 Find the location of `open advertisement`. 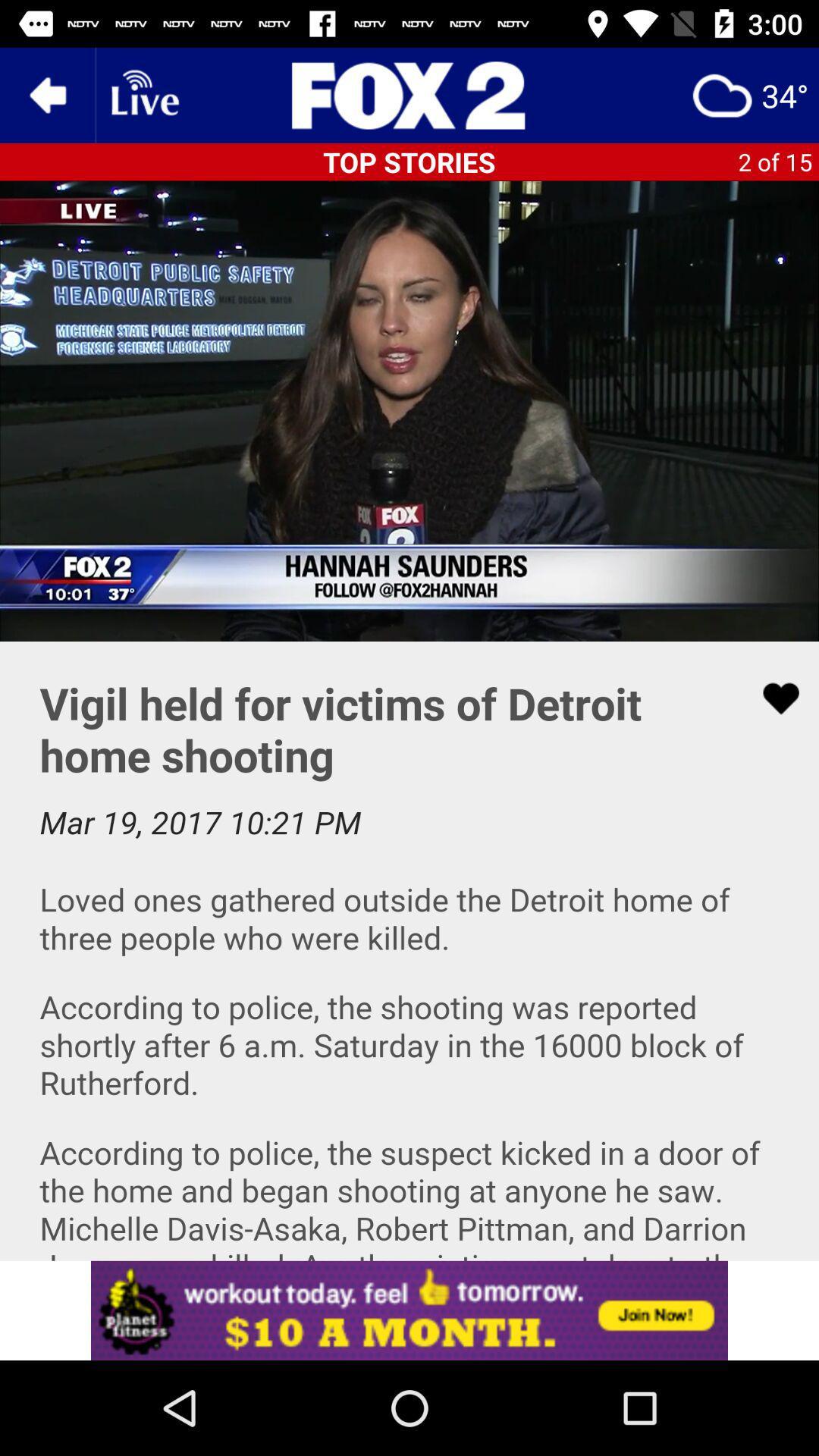

open advertisement is located at coordinates (409, 1310).